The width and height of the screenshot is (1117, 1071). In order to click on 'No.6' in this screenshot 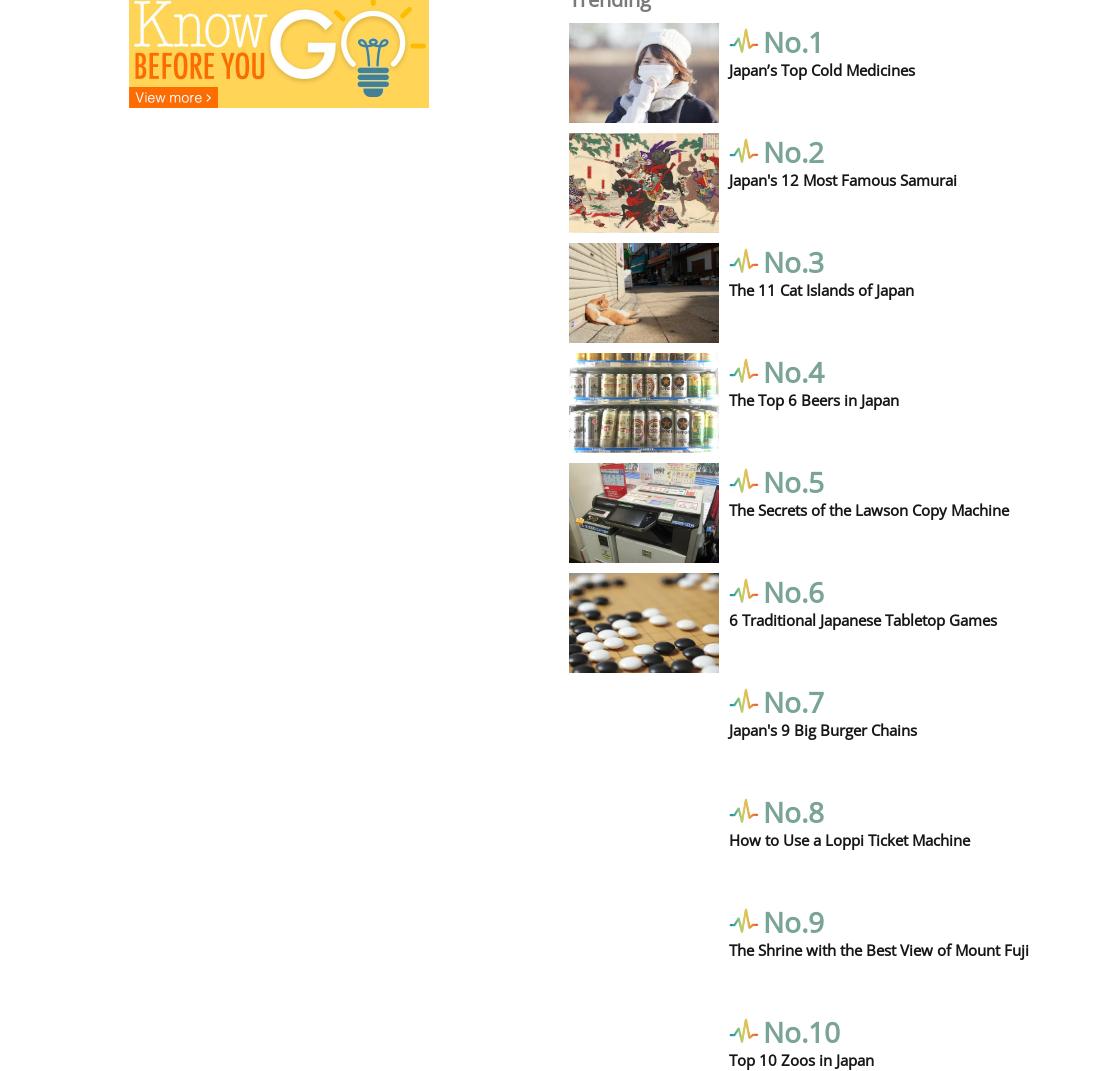, I will do `click(792, 590)`.